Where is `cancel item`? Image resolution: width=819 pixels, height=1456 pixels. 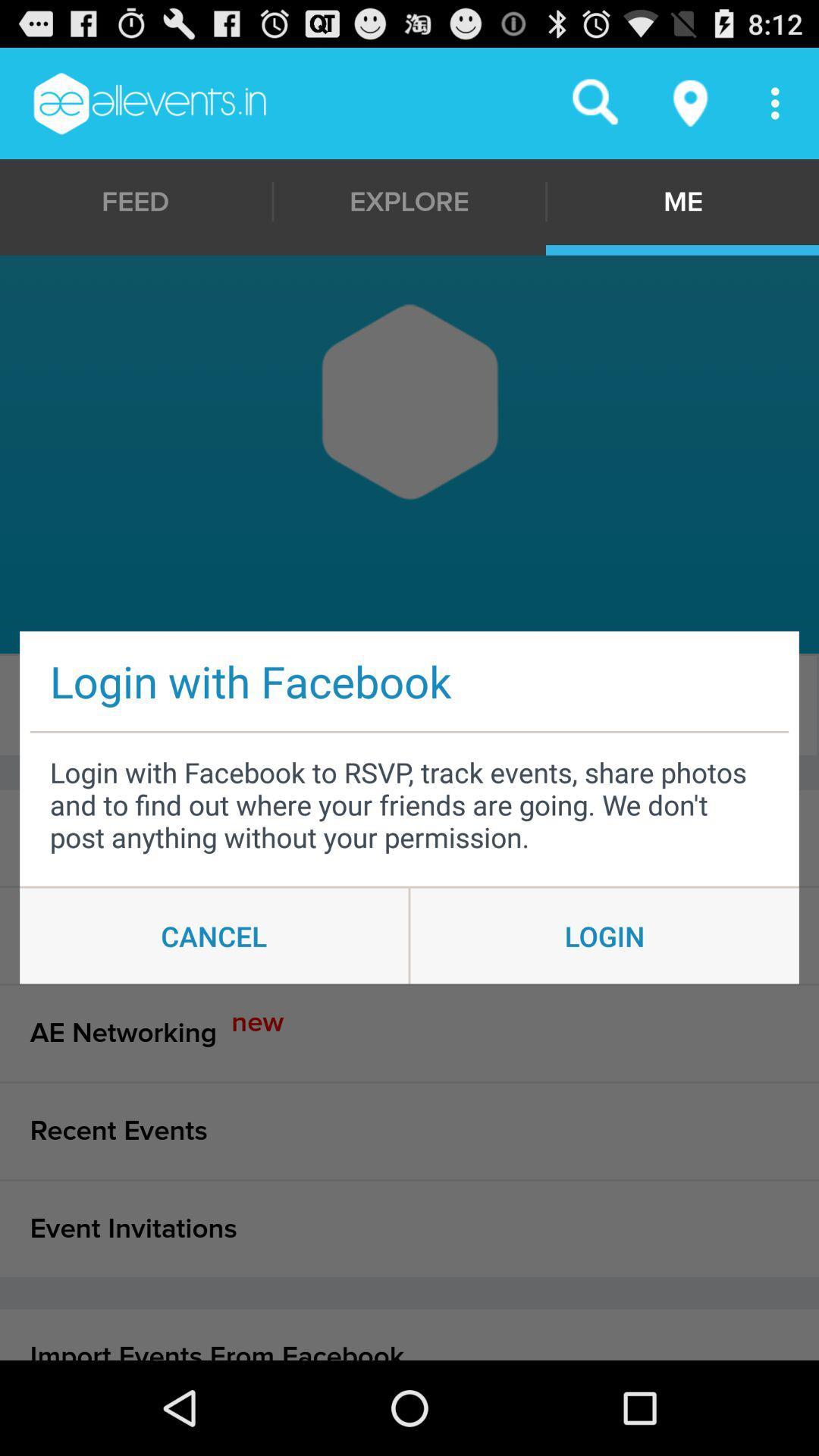 cancel item is located at coordinates (214, 935).